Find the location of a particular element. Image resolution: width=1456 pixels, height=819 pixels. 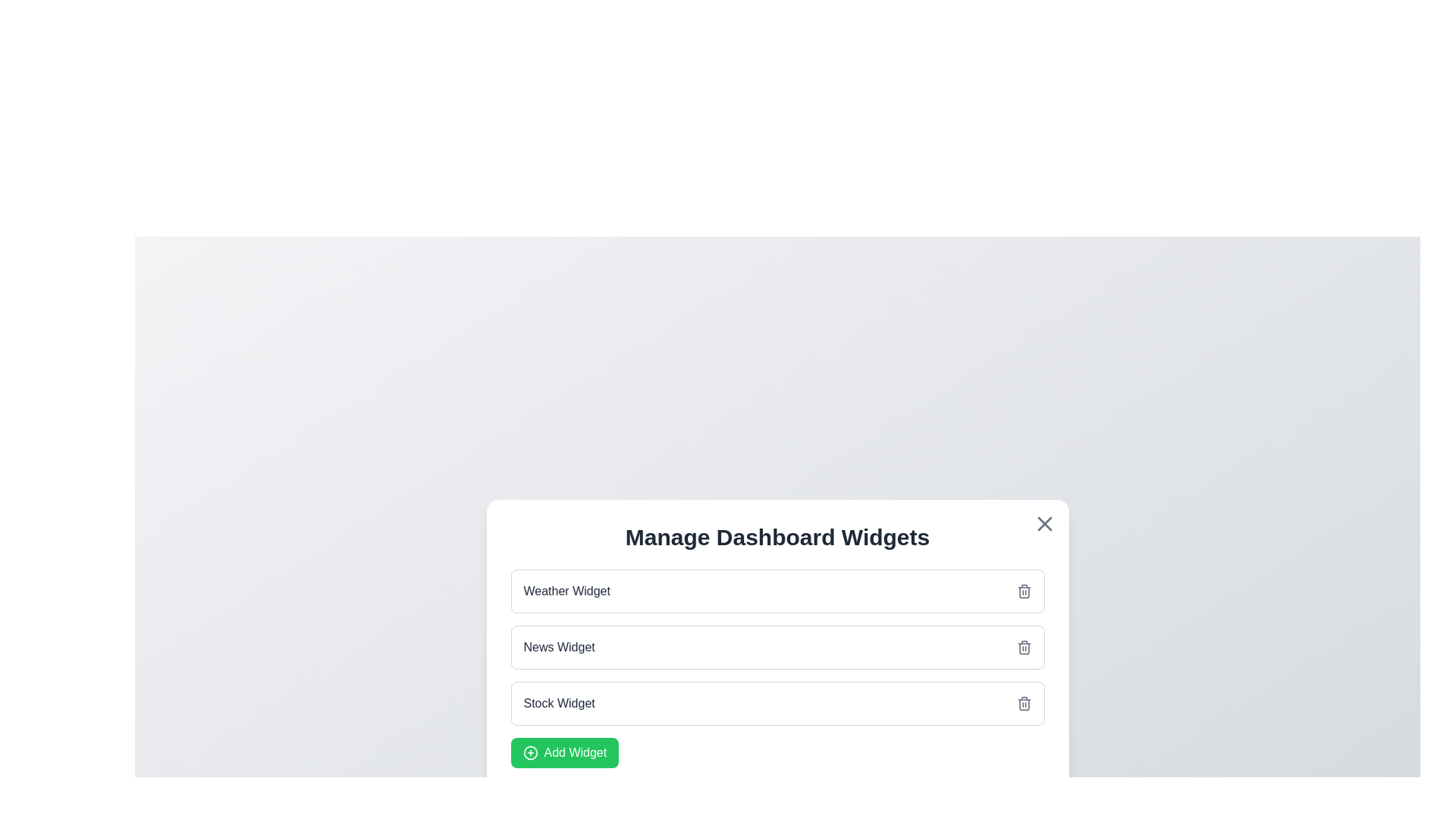

the delete button for the widget named News Widget is located at coordinates (1024, 647).